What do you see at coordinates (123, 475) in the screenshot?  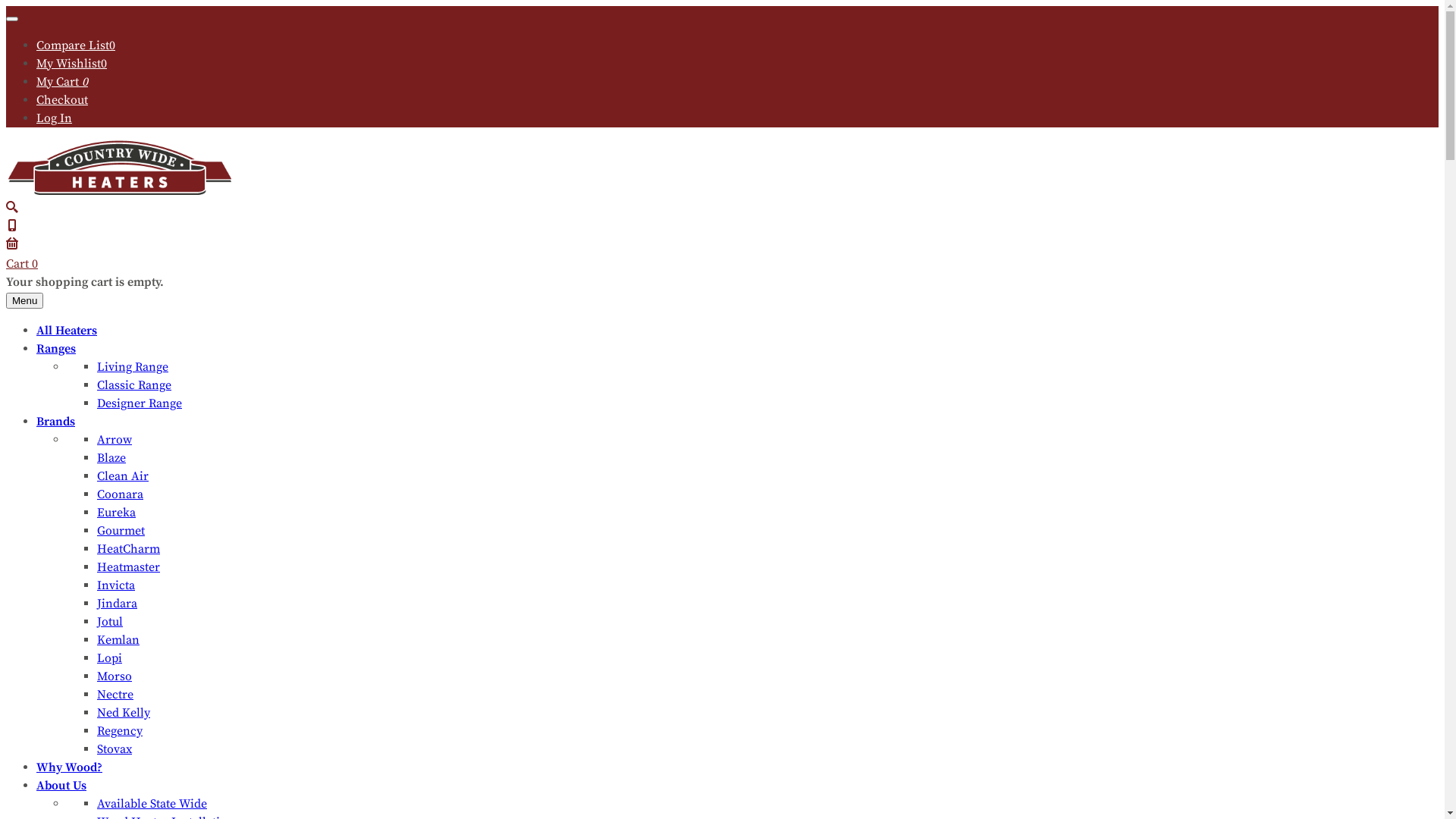 I see `'Clean Air'` at bounding box center [123, 475].